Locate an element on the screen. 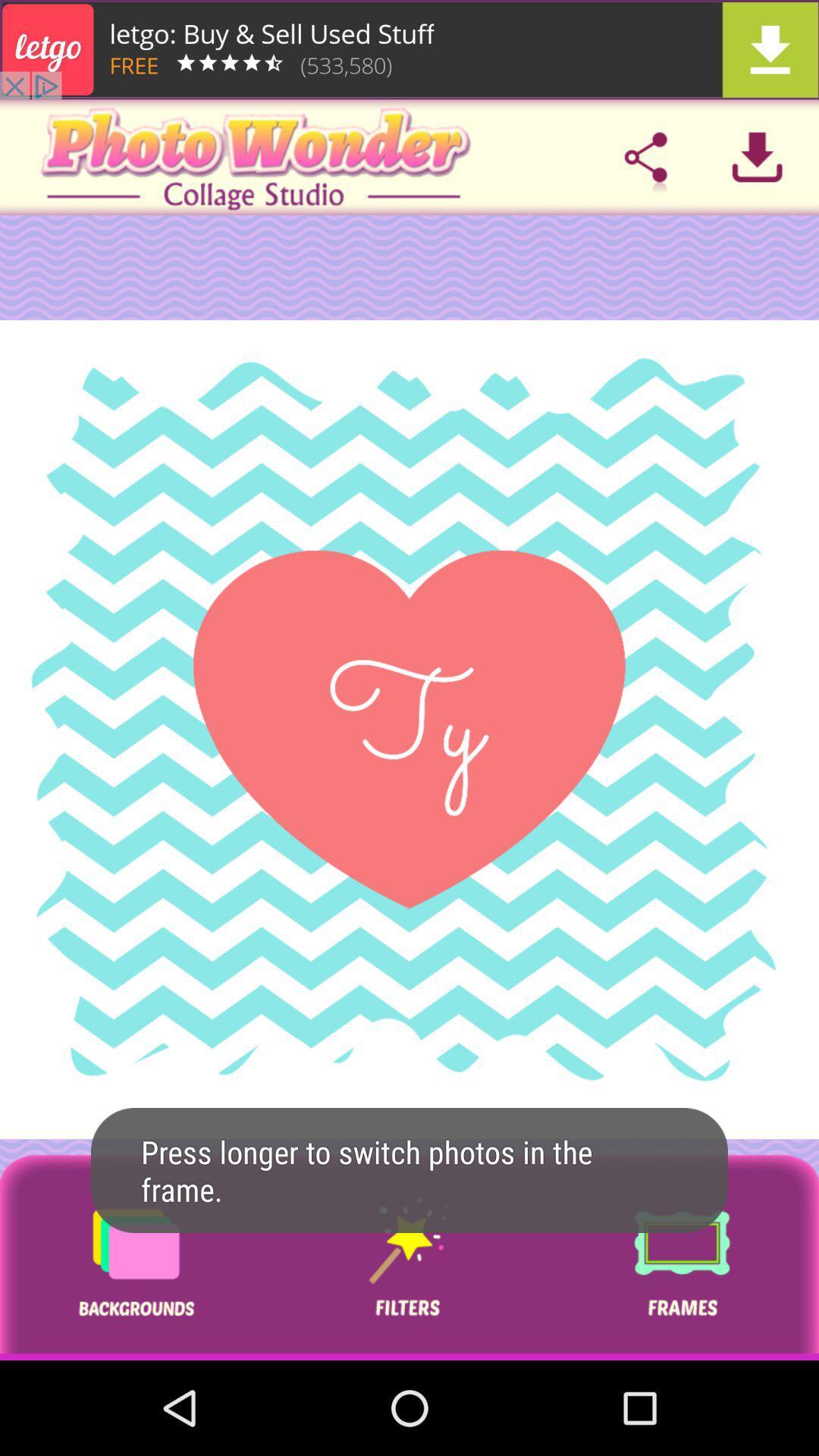  filters to image is located at coordinates (408, 1257).